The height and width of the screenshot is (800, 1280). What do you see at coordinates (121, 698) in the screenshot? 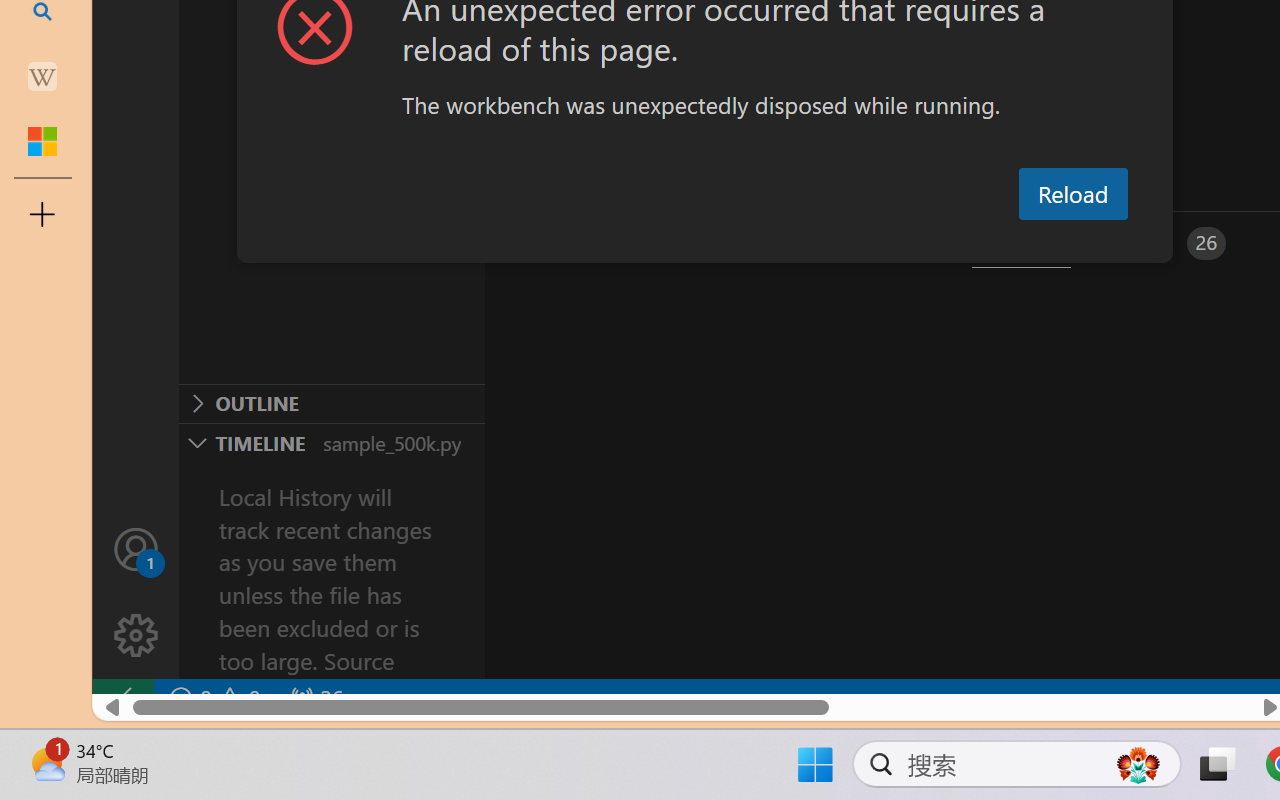
I see `'remote'` at bounding box center [121, 698].